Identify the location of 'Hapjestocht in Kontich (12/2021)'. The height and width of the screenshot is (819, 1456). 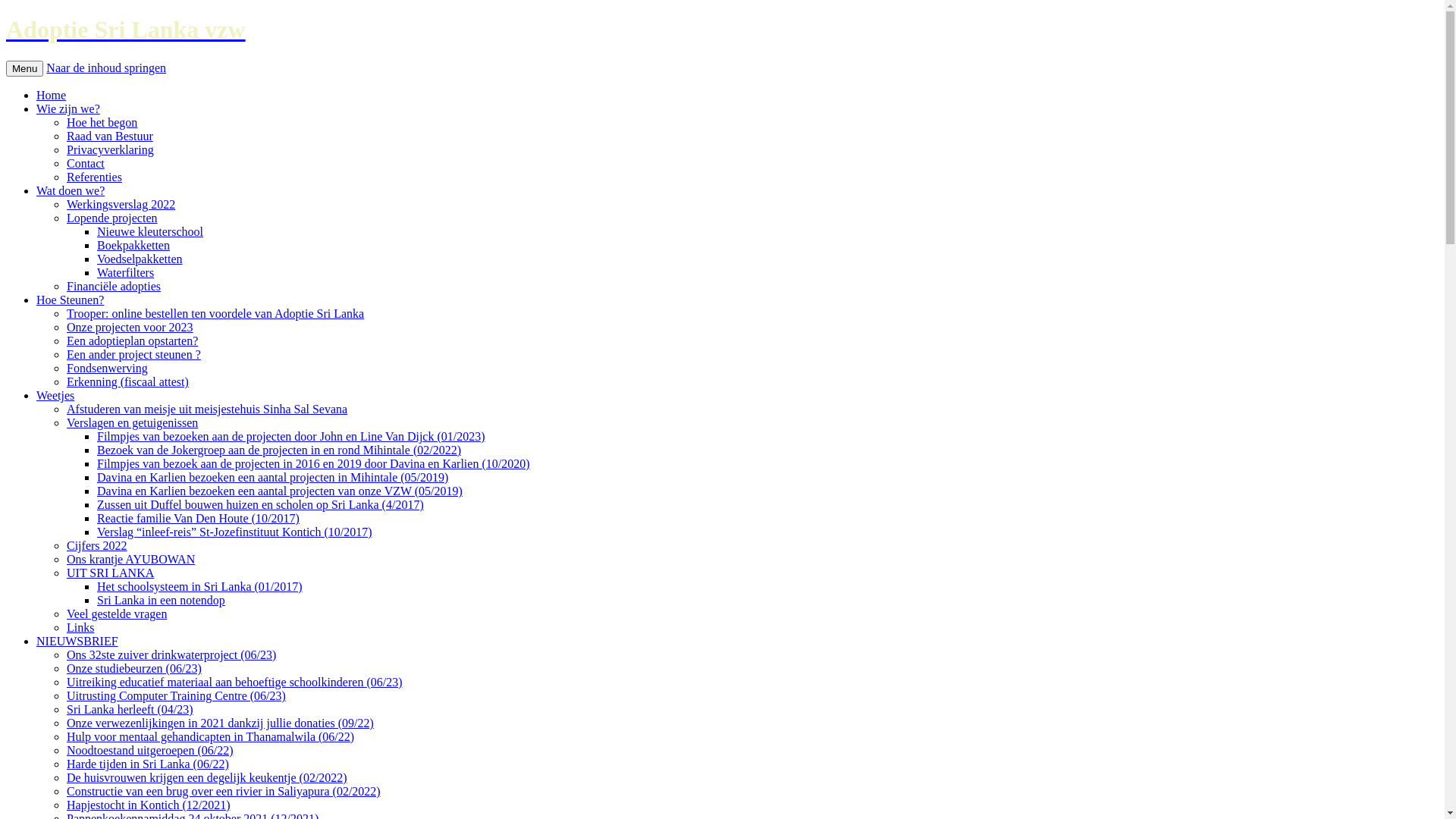
(149, 804).